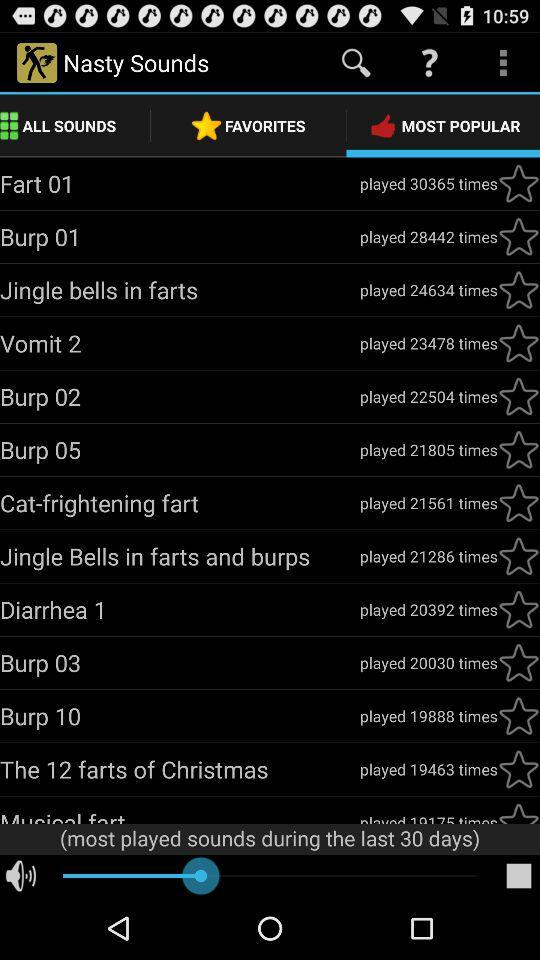  I want to click on to favorite, so click(518, 768).